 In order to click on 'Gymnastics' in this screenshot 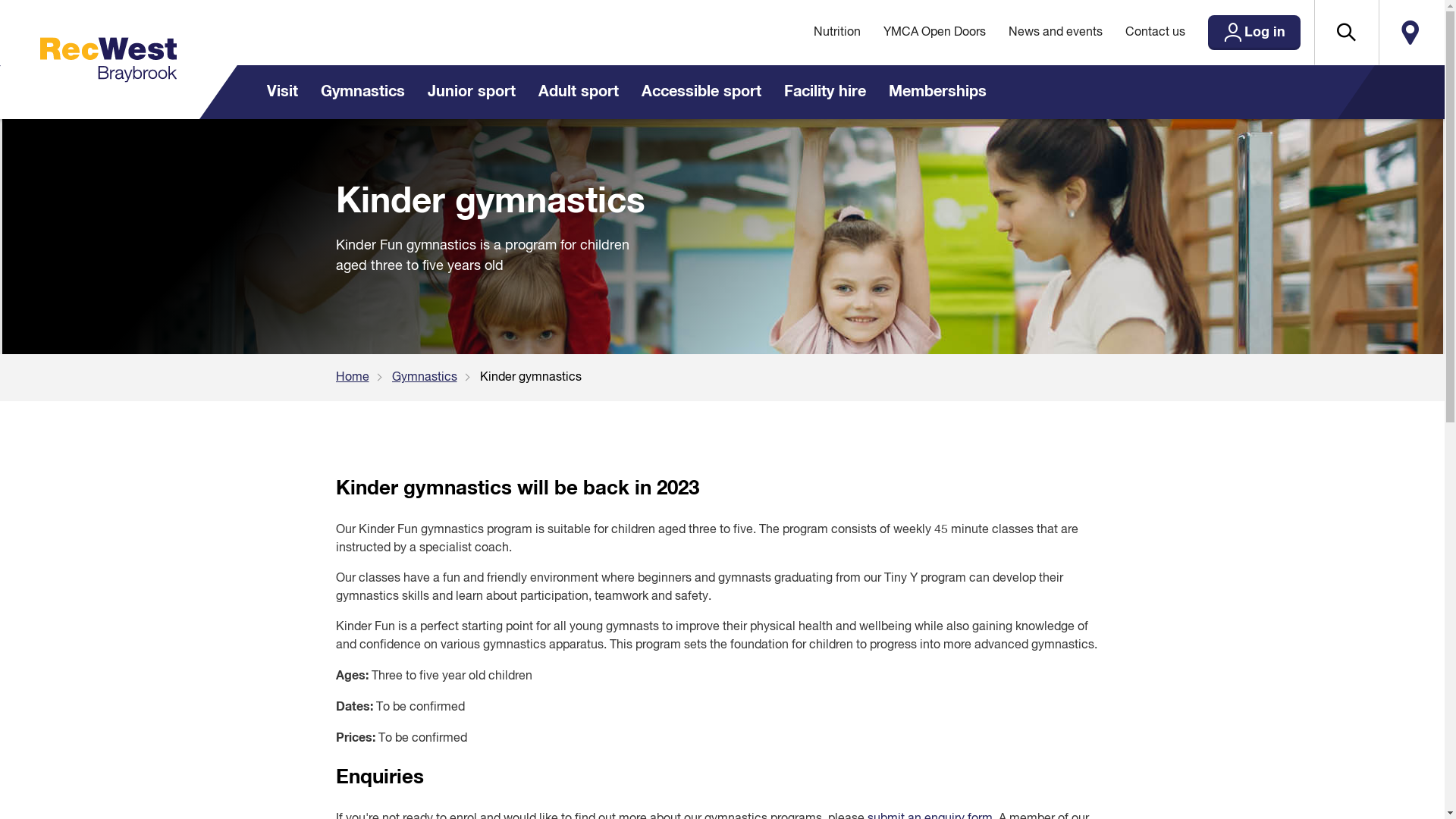, I will do `click(362, 92)`.